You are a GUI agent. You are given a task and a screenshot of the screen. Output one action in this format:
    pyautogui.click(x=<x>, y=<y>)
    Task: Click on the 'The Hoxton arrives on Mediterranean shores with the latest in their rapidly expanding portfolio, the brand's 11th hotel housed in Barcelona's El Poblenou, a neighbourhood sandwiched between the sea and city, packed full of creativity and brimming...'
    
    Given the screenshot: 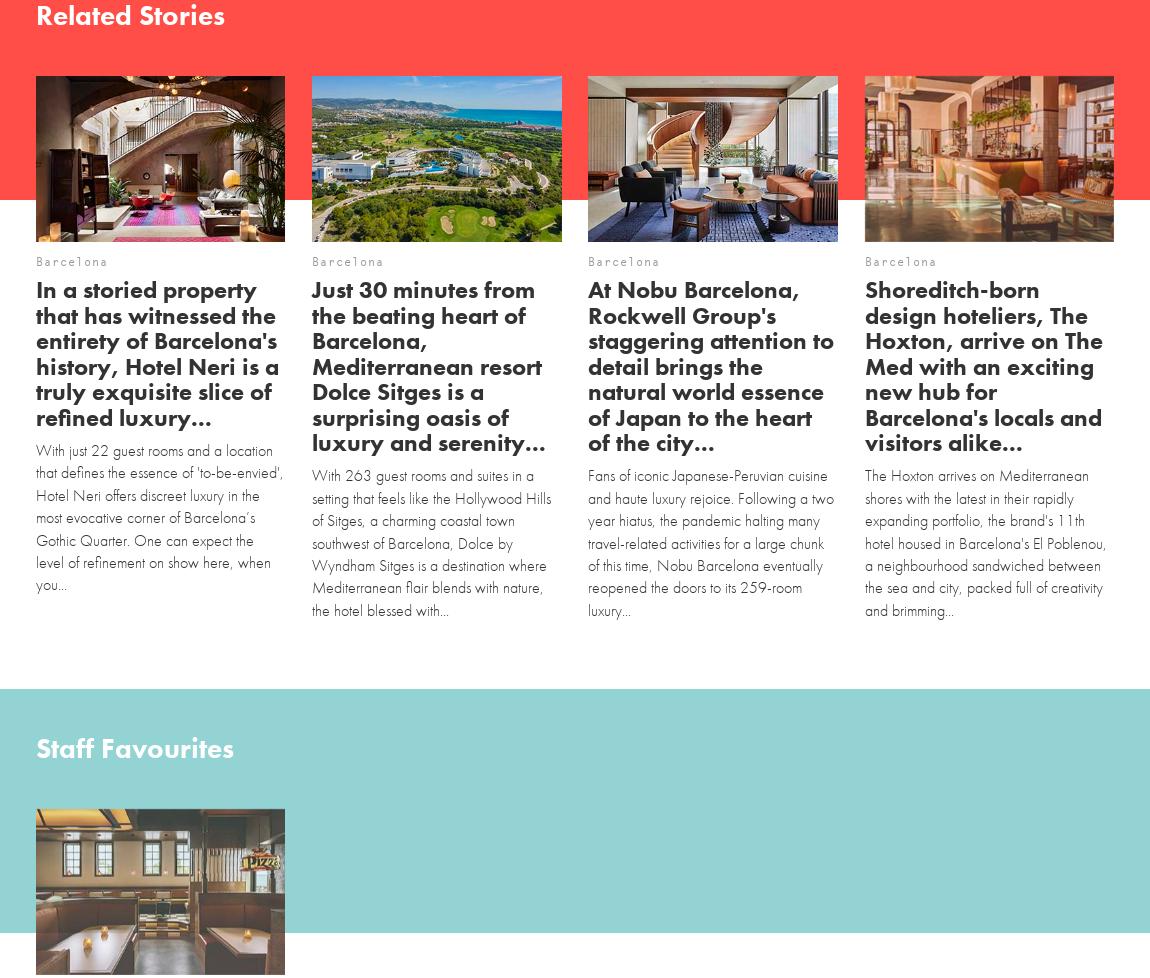 What is the action you would take?
    pyautogui.click(x=984, y=542)
    